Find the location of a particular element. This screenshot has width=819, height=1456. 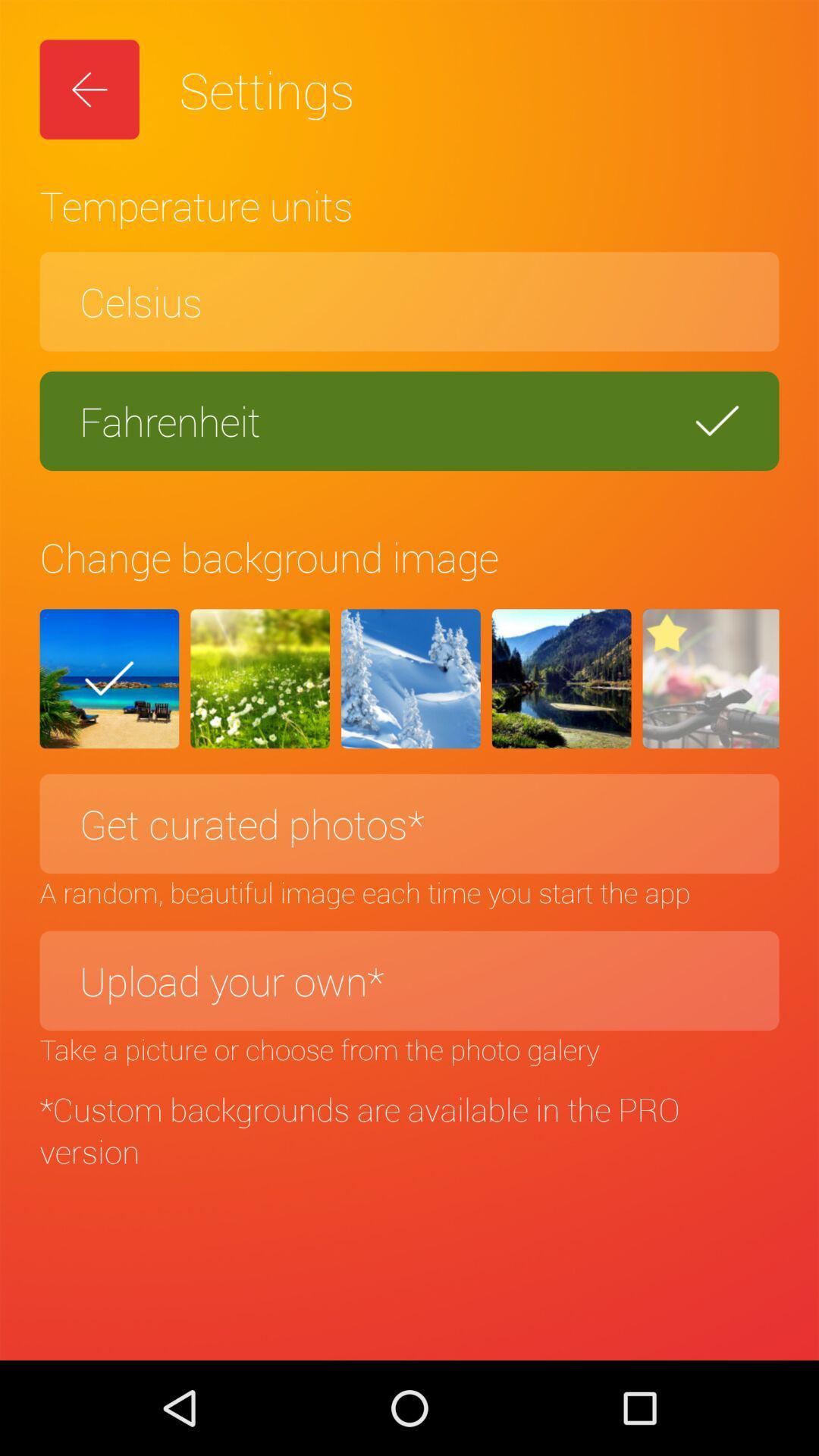

icon below change background image icon is located at coordinates (108, 678).